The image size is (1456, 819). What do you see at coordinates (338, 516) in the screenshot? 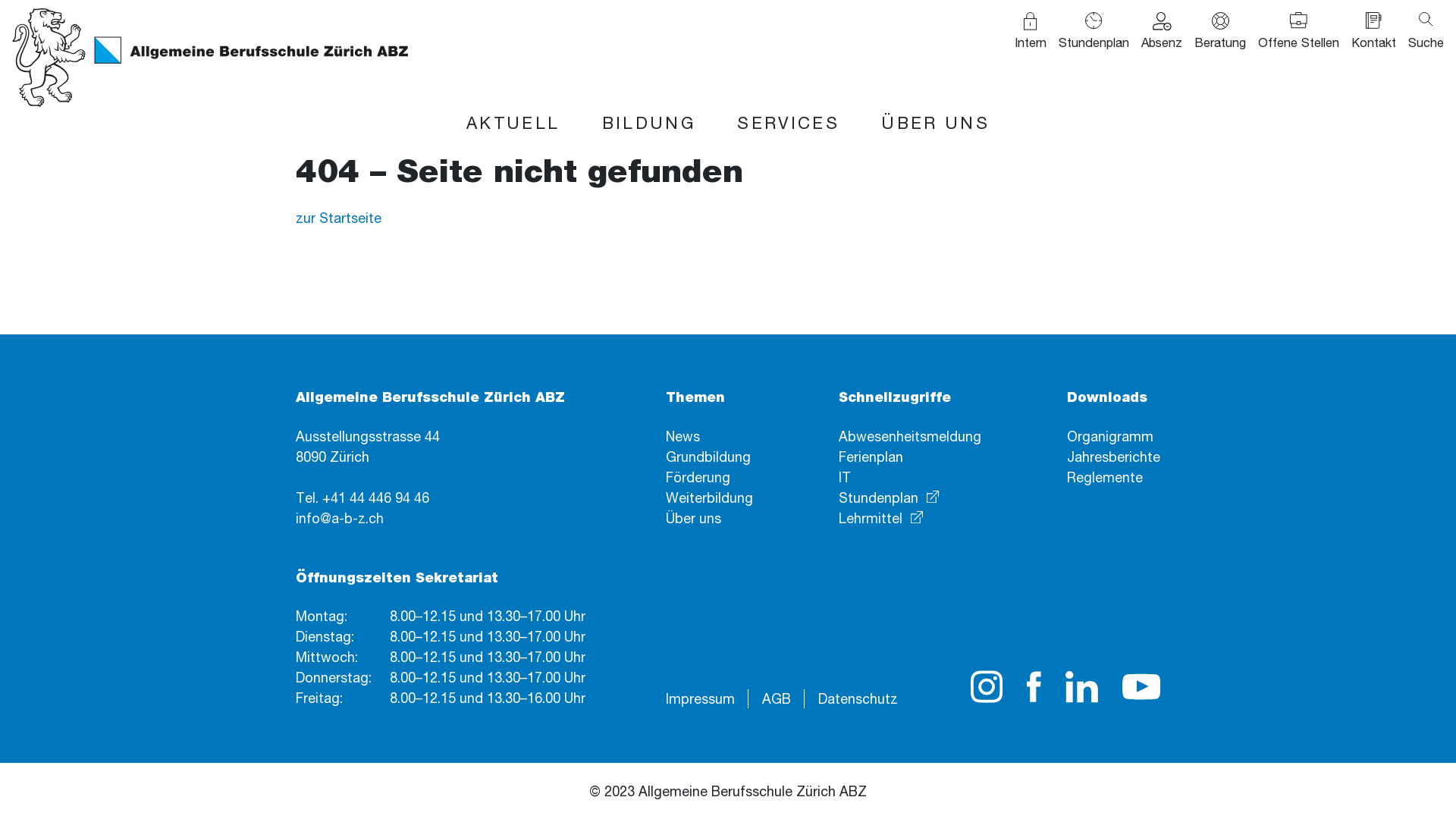
I see `'info@a-b-z.ch'` at bounding box center [338, 516].